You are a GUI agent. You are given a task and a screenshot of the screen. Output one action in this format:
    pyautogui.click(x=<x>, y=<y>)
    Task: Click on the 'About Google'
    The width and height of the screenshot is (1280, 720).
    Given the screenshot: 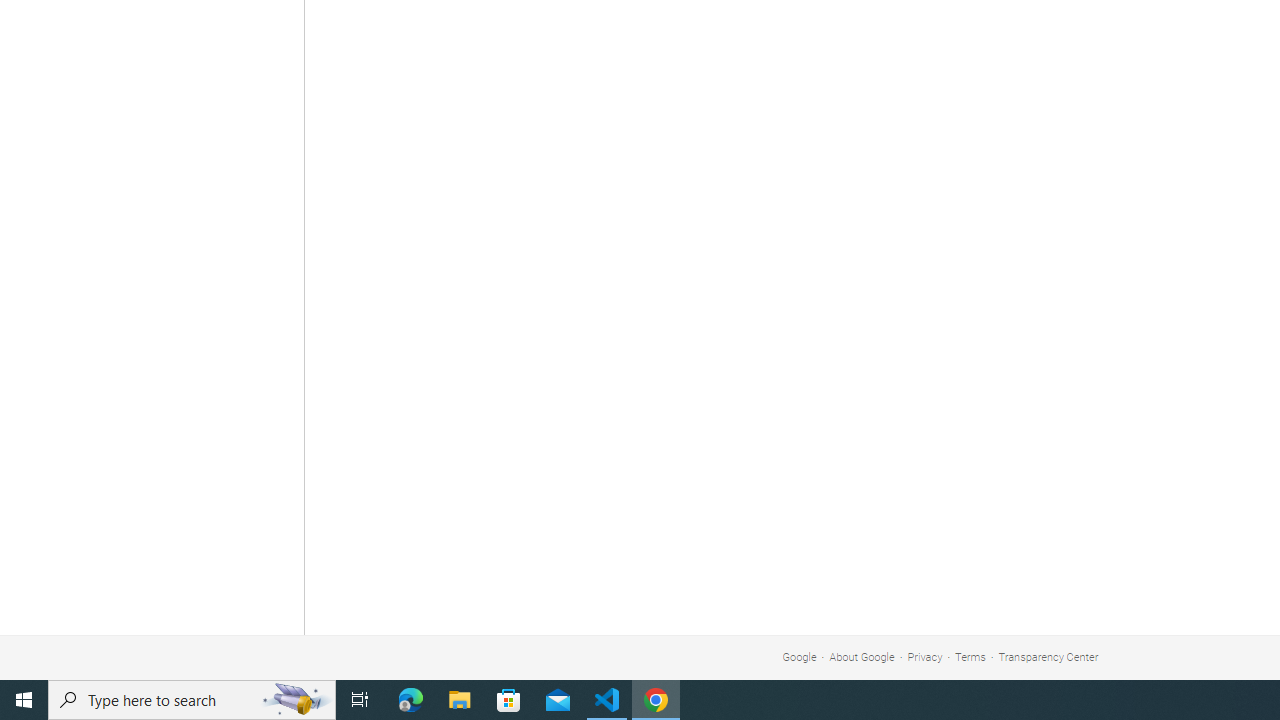 What is the action you would take?
    pyautogui.click(x=862, y=657)
    